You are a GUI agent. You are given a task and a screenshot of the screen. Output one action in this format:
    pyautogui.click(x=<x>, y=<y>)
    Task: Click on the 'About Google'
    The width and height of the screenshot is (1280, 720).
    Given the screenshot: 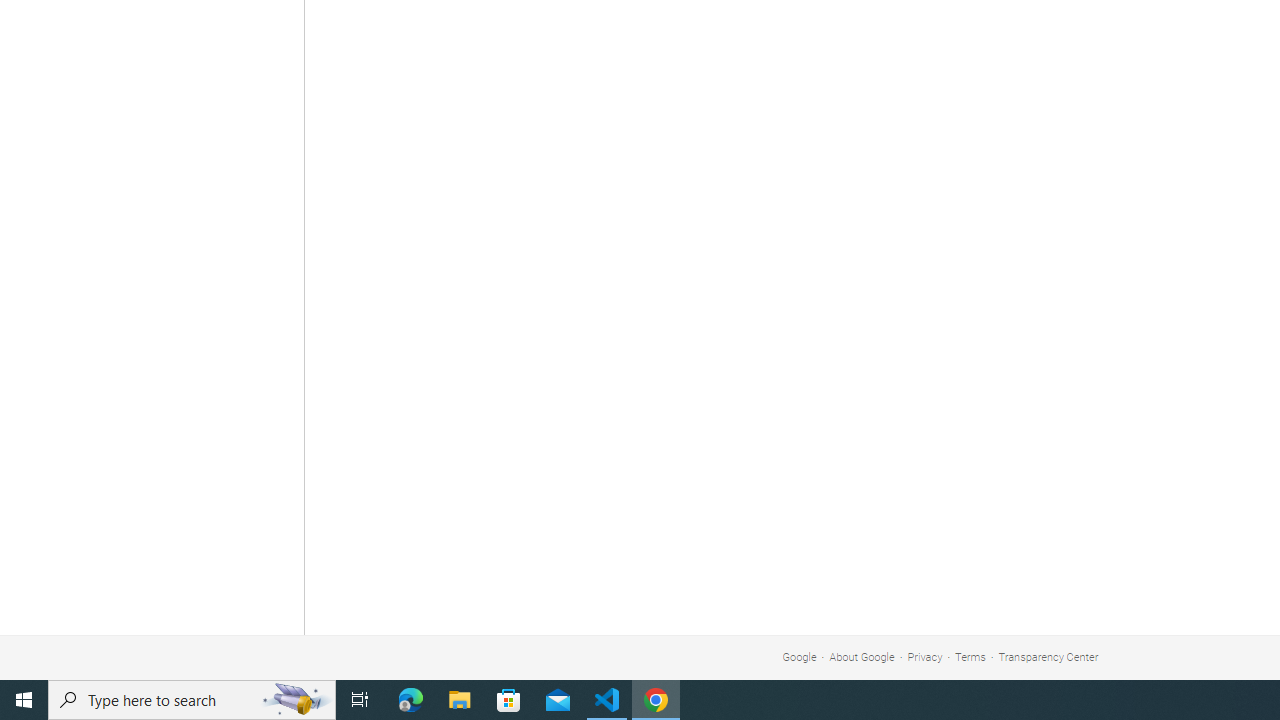 What is the action you would take?
    pyautogui.click(x=862, y=657)
    